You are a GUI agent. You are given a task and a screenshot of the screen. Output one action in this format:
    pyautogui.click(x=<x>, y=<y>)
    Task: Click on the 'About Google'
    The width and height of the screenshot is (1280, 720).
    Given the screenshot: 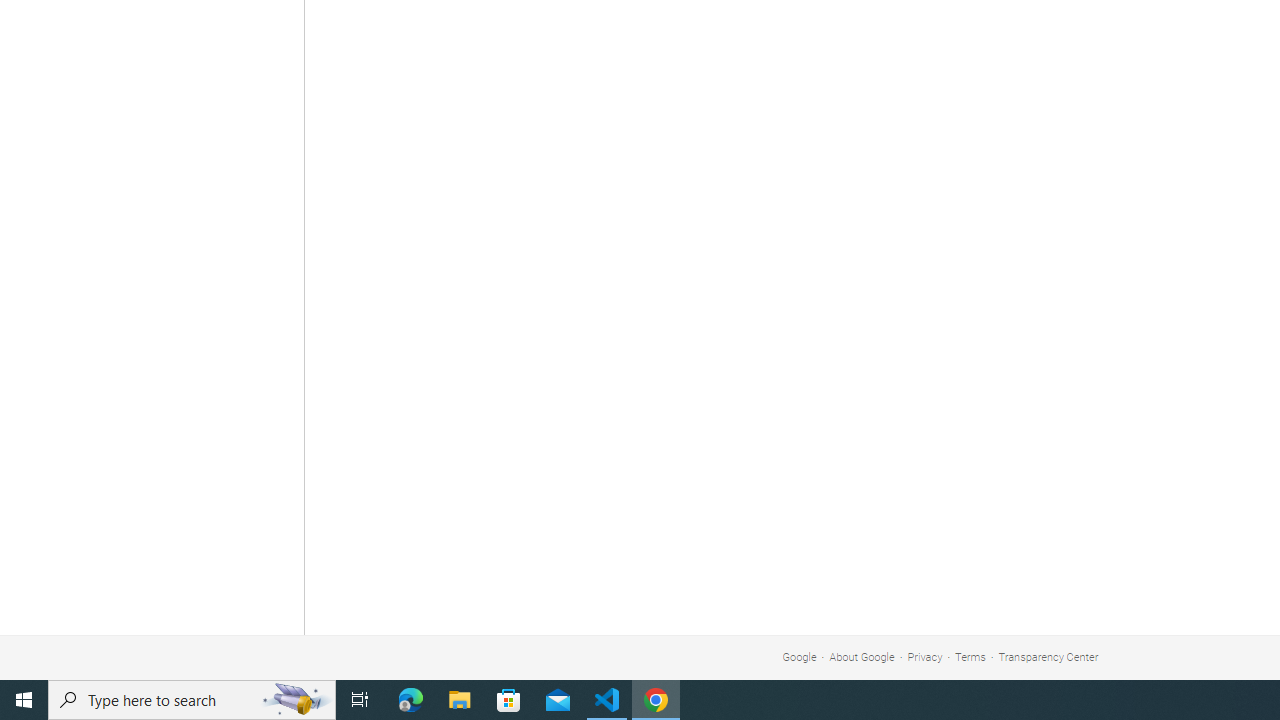 What is the action you would take?
    pyautogui.click(x=862, y=657)
    